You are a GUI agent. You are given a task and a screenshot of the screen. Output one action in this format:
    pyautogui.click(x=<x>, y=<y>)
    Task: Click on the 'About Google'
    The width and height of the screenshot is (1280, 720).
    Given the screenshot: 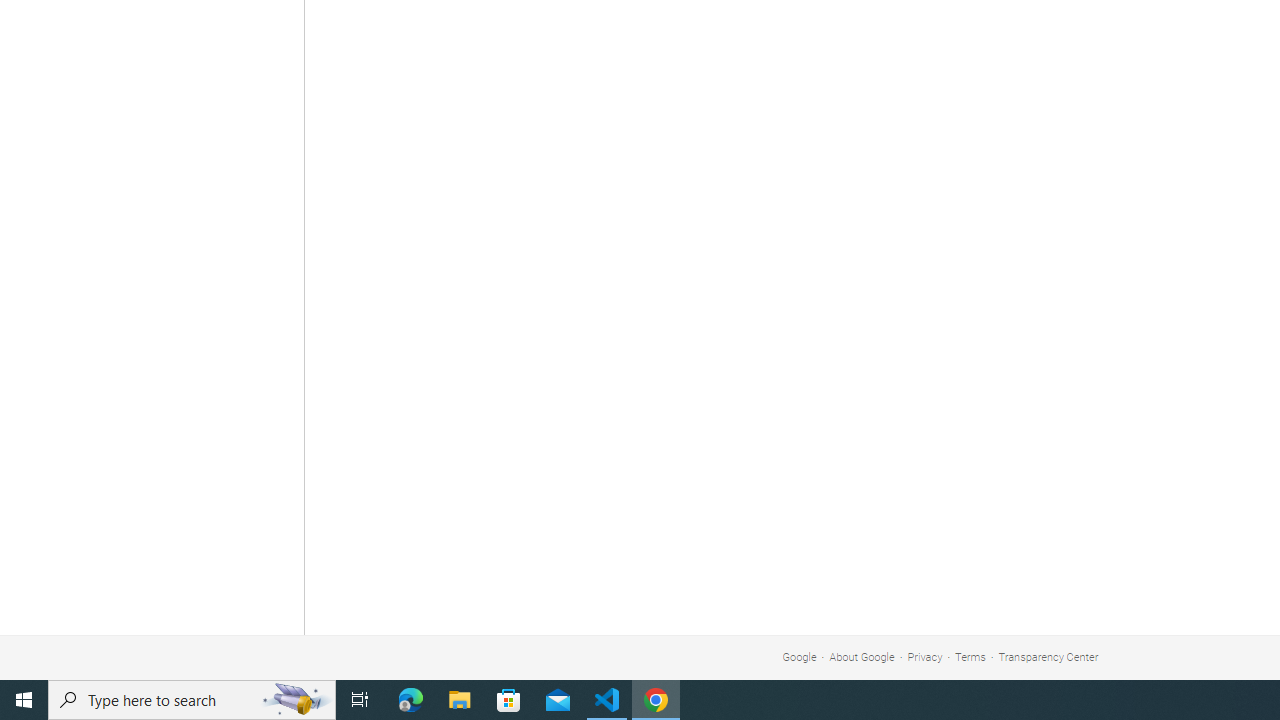 What is the action you would take?
    pyautogui.click(x=862, y=657)
    